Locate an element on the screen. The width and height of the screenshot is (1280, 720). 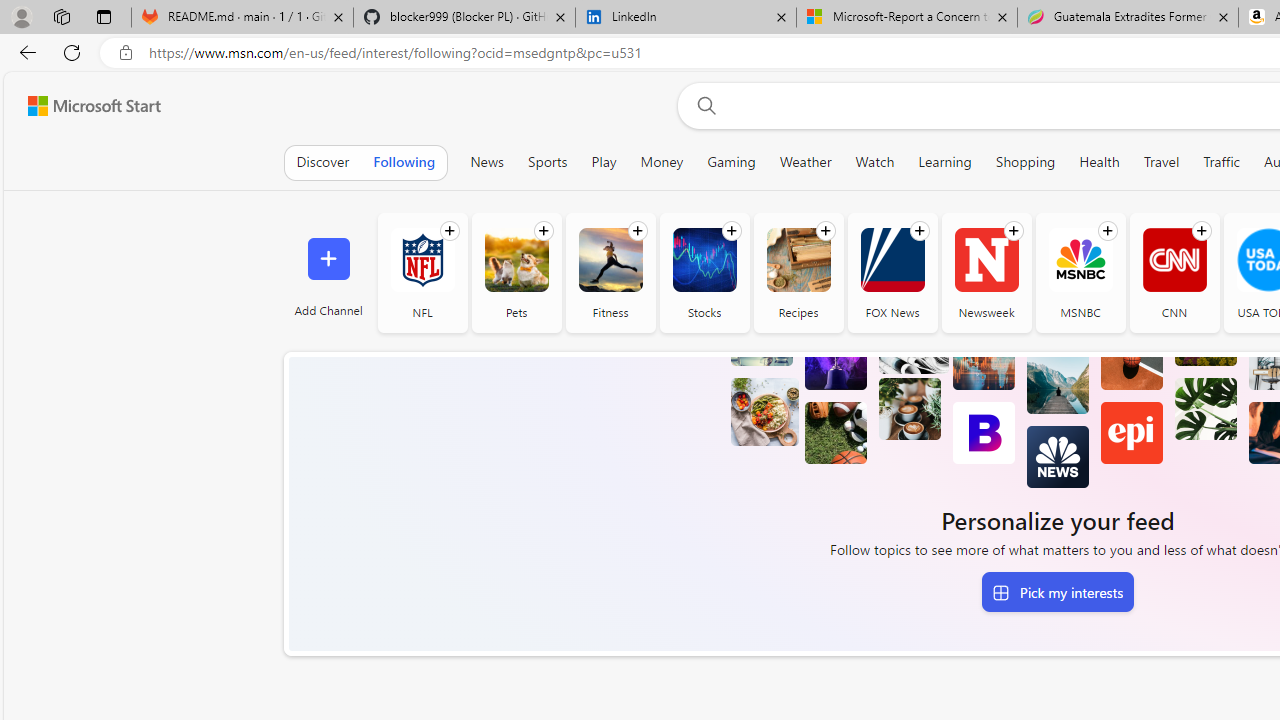
'Fitness' is located at coordinates (609, 259).